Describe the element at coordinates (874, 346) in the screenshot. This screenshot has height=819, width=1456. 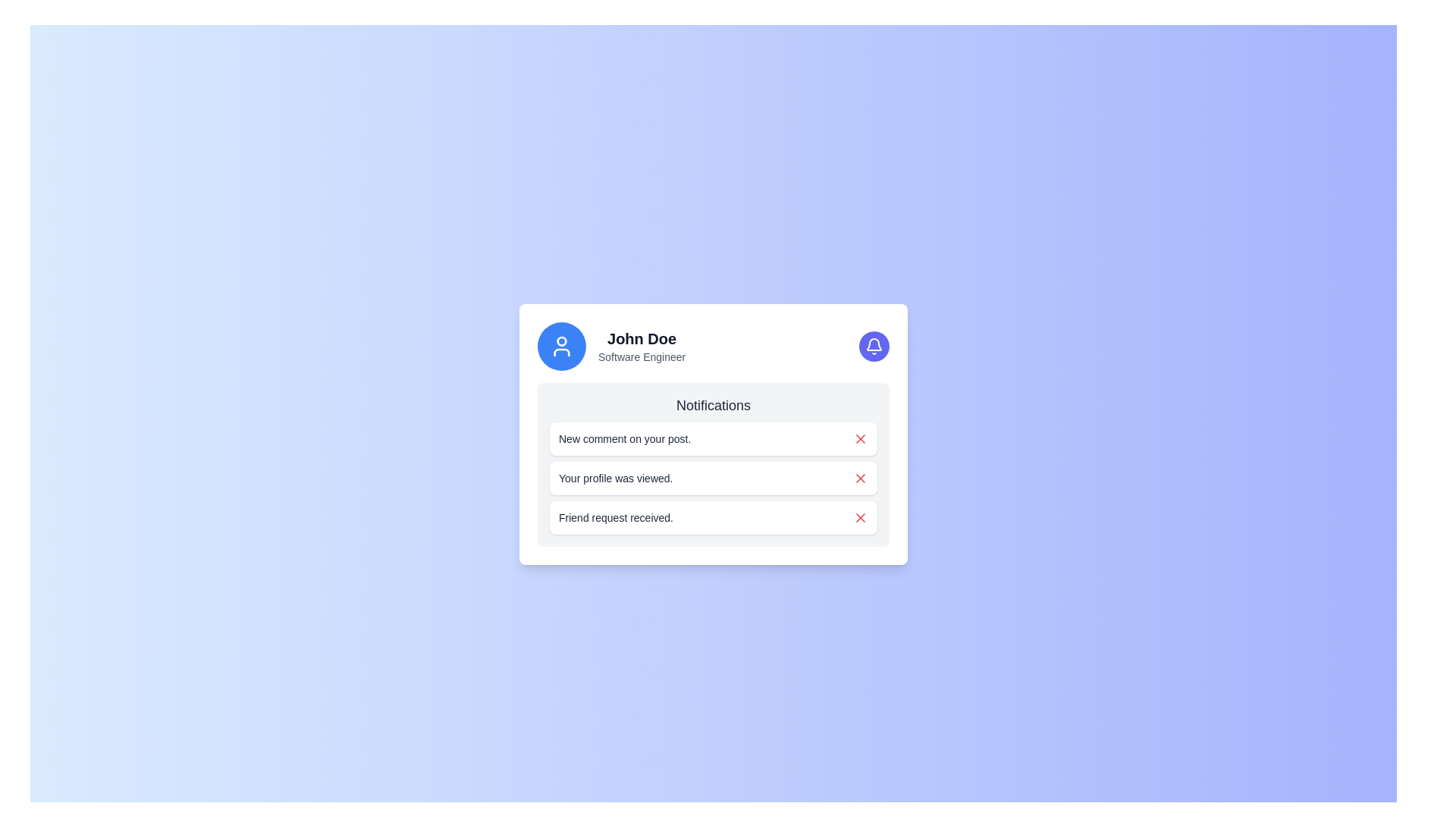
I see `the button located at the far-right of the header section` at that location.